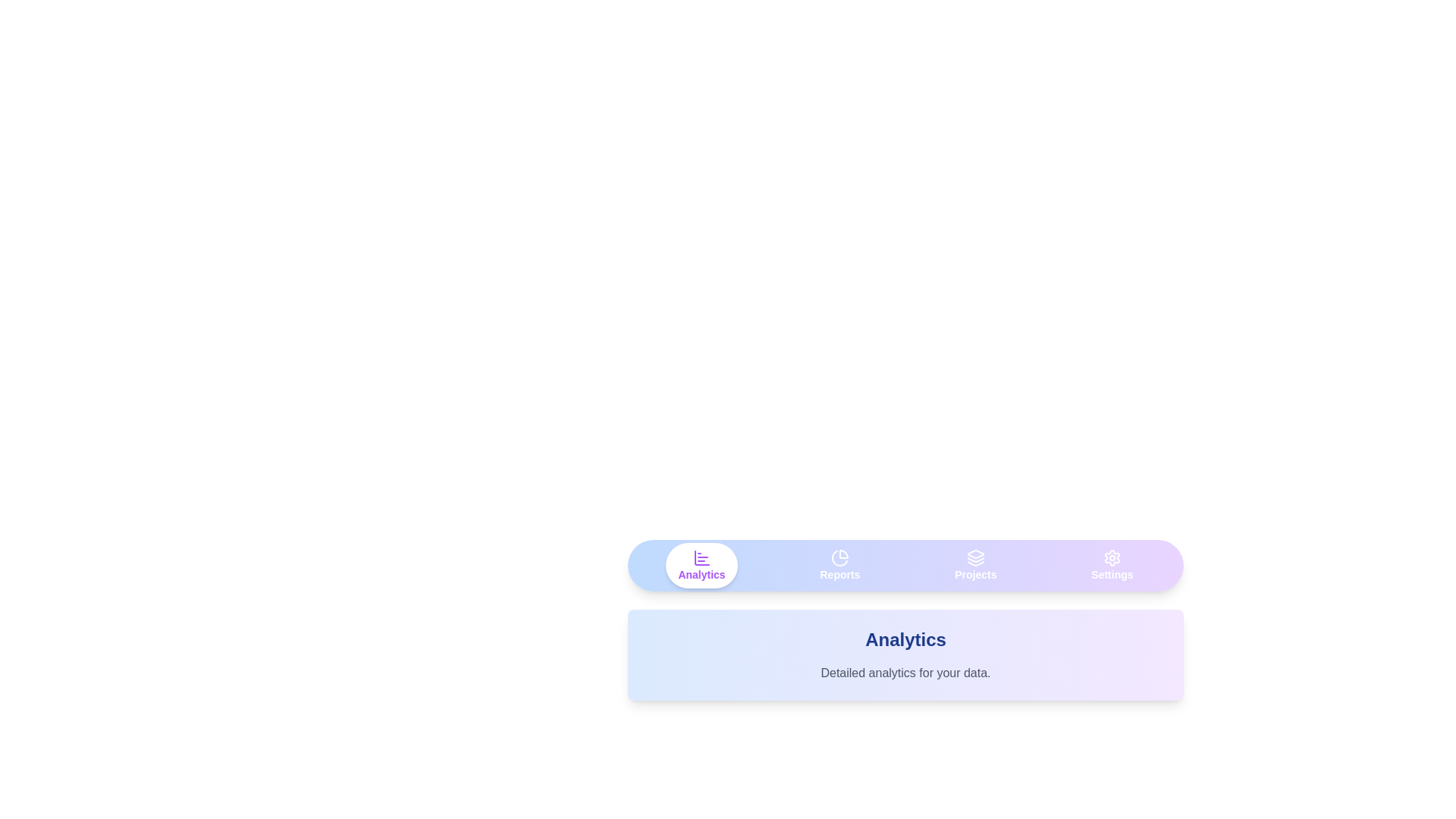 The width and height of the screenshot is (1456, 819). I want to click on the tab button labeled 'Analytics' to observe the hover effect, so click(701, 565).